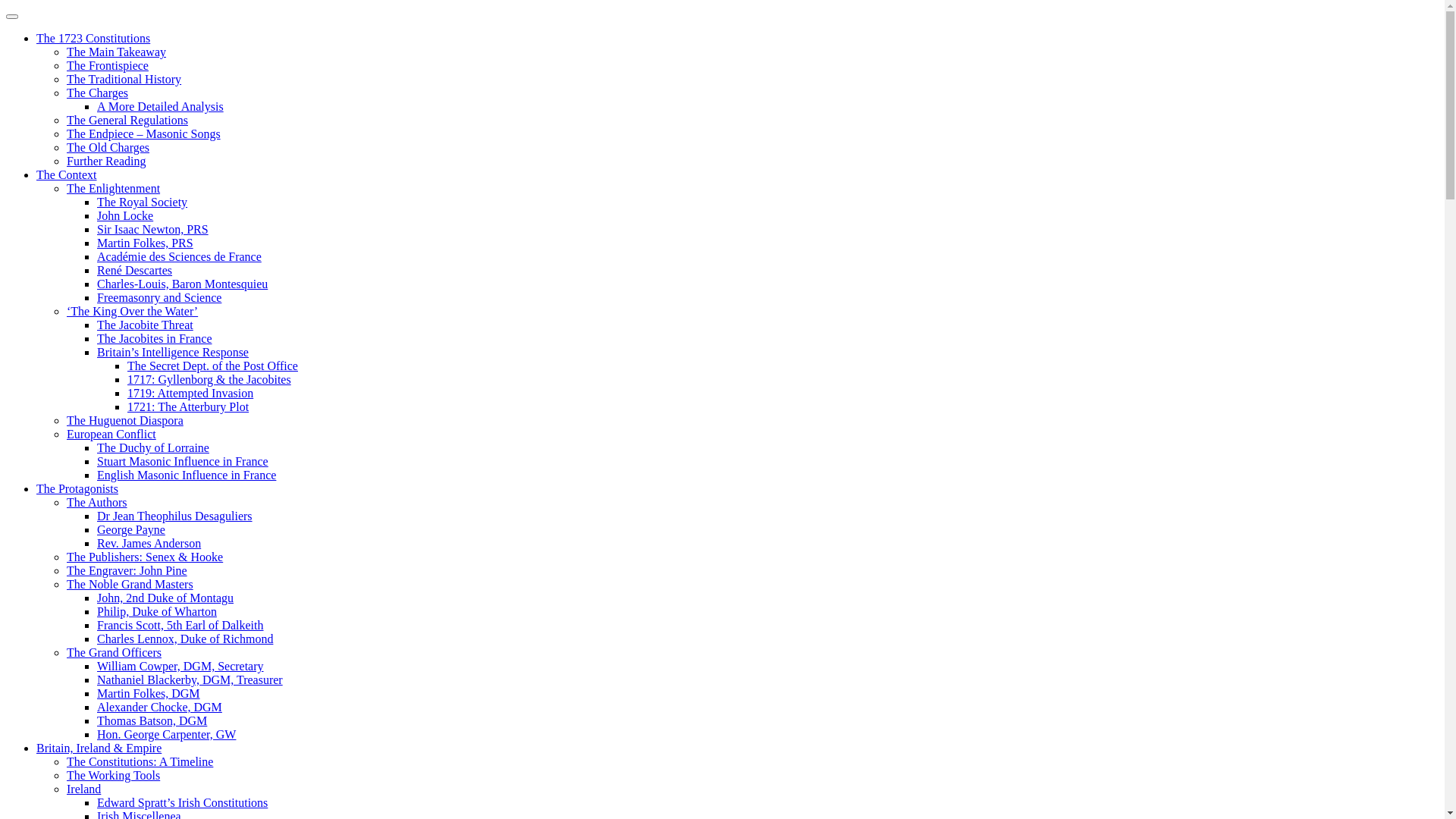  I want to click on 'John Locke', so click(124, 215).